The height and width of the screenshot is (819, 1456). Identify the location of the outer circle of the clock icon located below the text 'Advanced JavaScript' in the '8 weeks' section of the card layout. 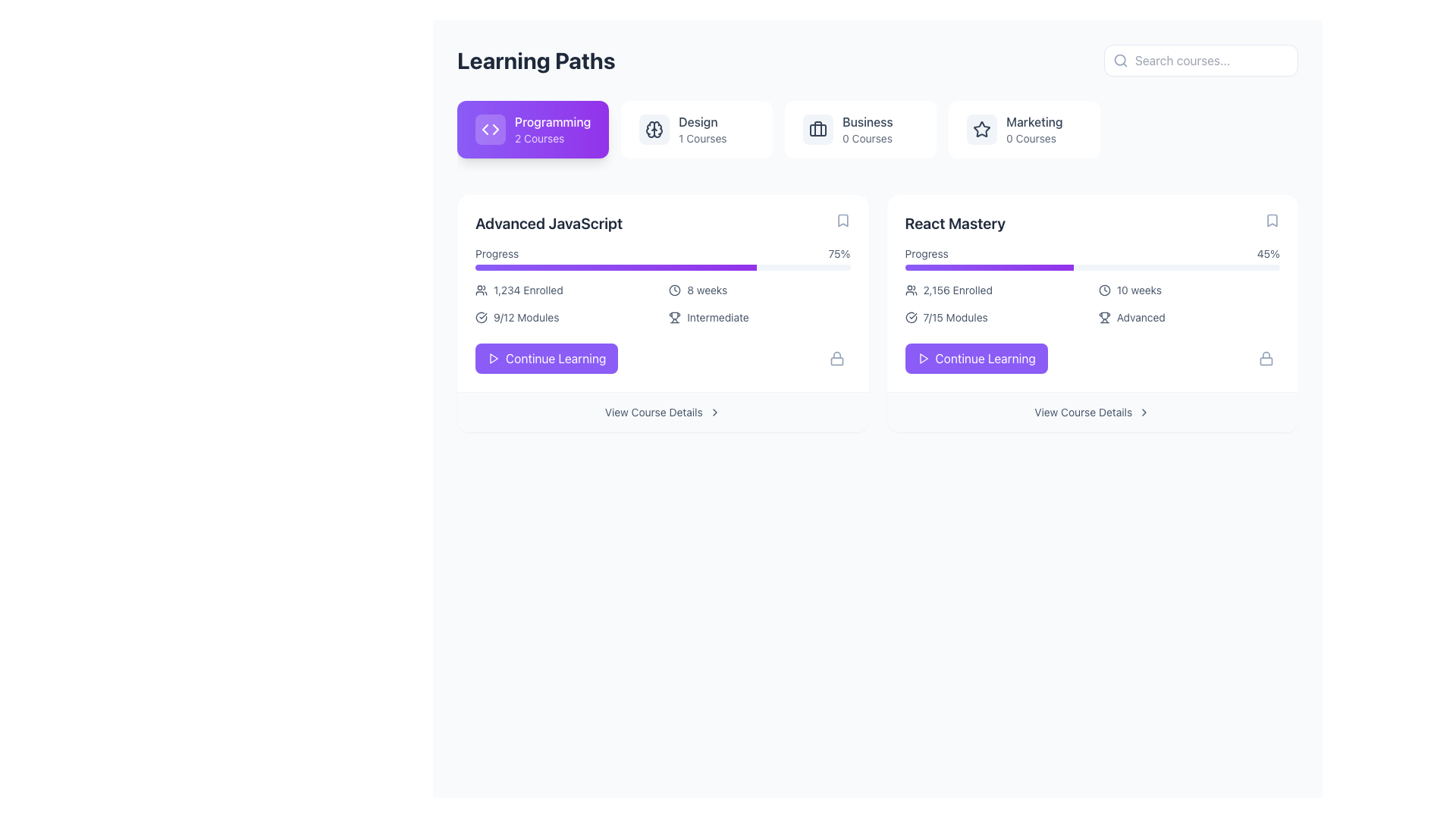
(674, 290).